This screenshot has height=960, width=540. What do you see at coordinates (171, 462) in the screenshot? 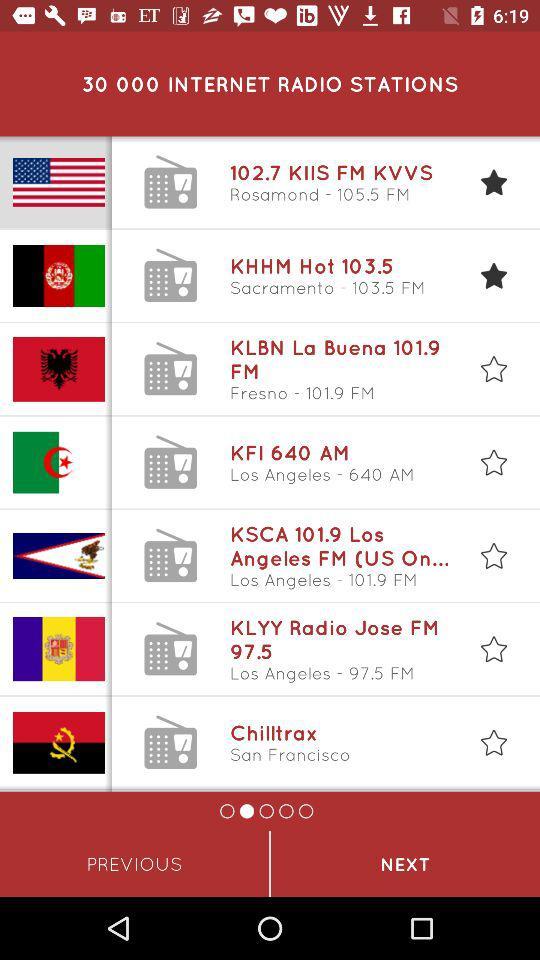
I see `the 4th landline icon` at bounding box center [171, 462].